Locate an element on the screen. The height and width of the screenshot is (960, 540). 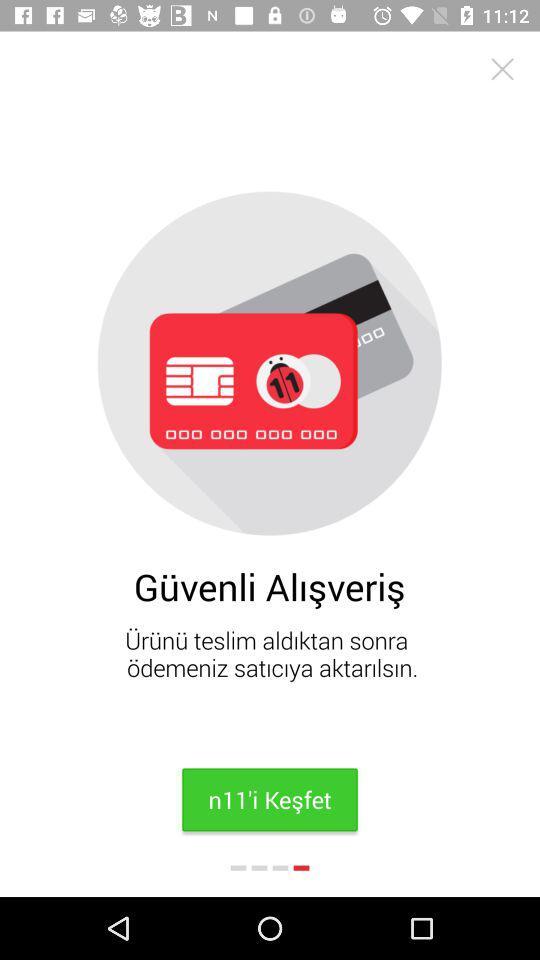
the icon at the top right corner is located at coordinates (501, 69).